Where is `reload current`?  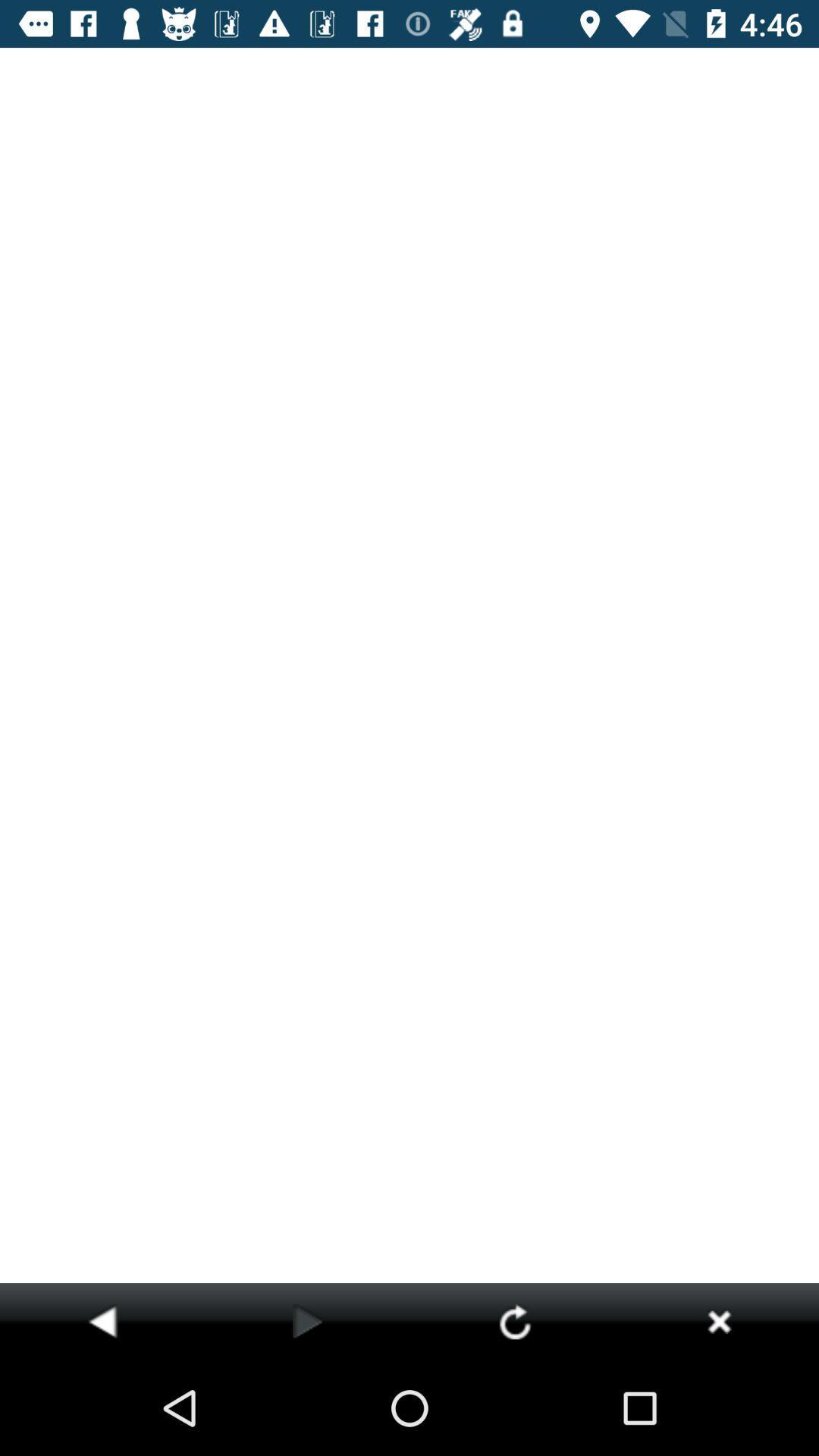
reload current is located at coordinates (514, 1320).